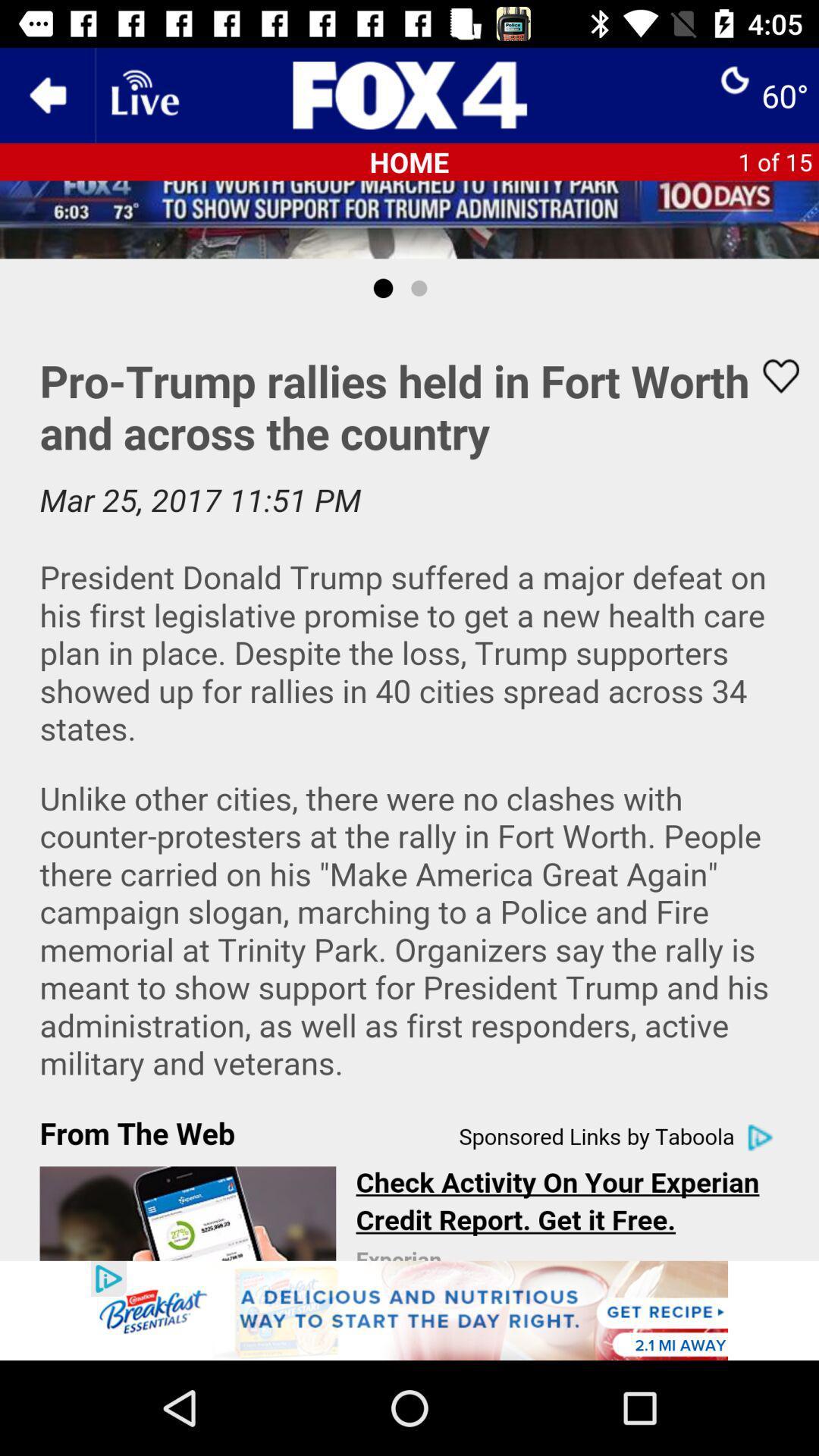 The height and width of the screenshot is (1456, 819). What do you see at coordinates (409, 1310) in the screenshot?
I see `advertiser website` at bounding box center [409, 1310].